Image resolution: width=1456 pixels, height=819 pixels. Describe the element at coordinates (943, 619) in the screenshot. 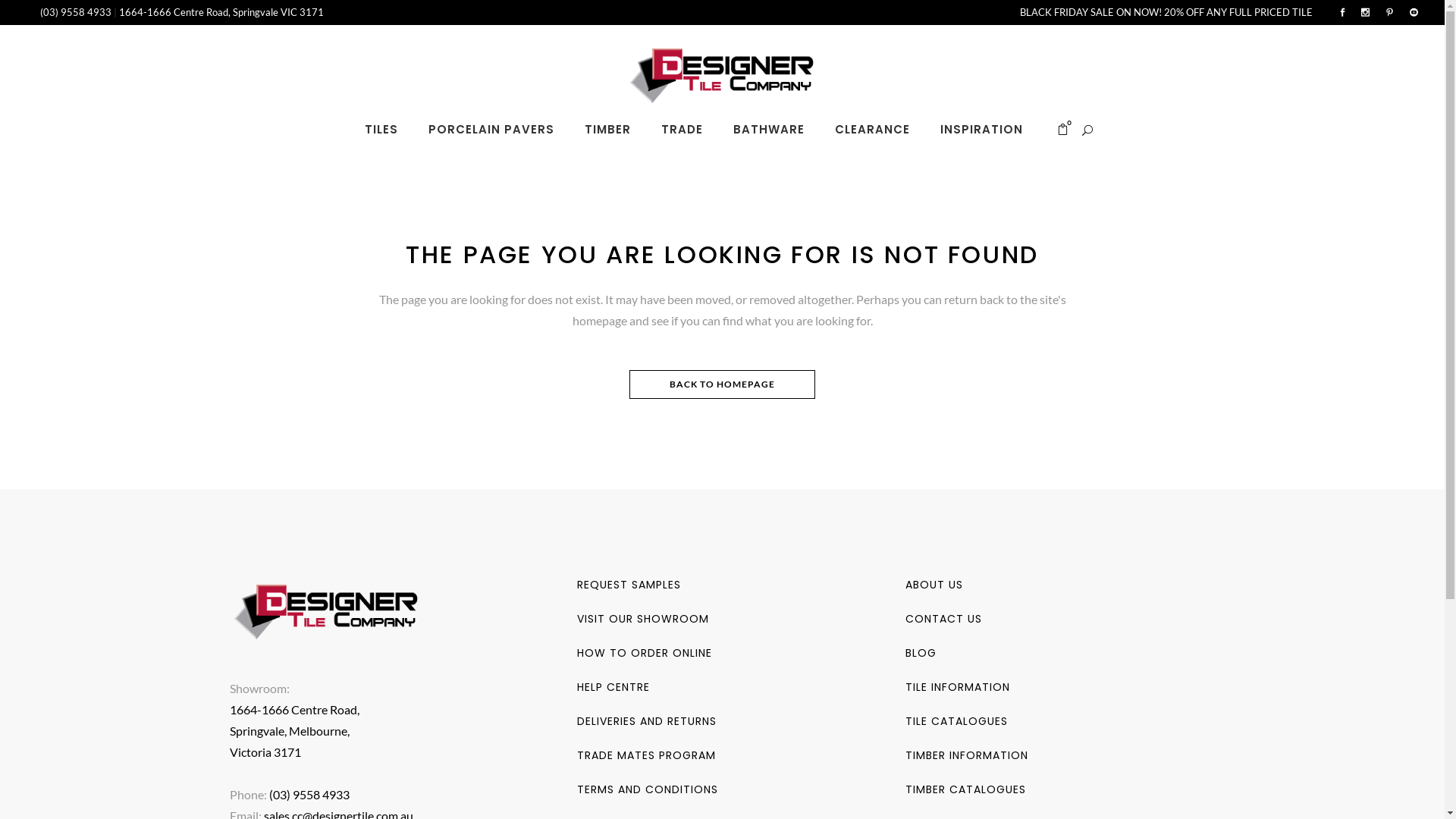

I see `'CONTACT US'` at that location.